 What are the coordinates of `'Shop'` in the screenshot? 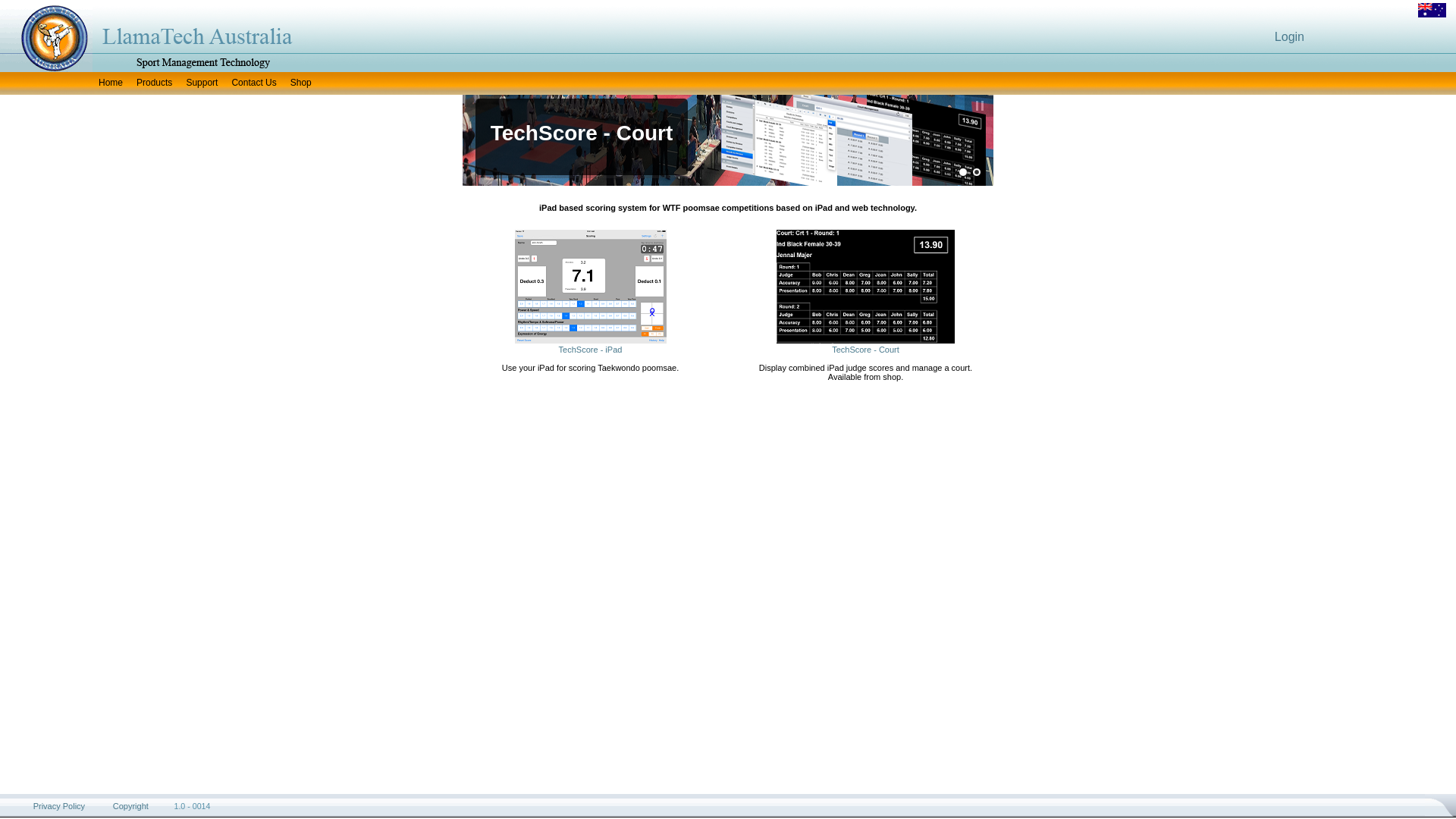 It's located at (301, 83).